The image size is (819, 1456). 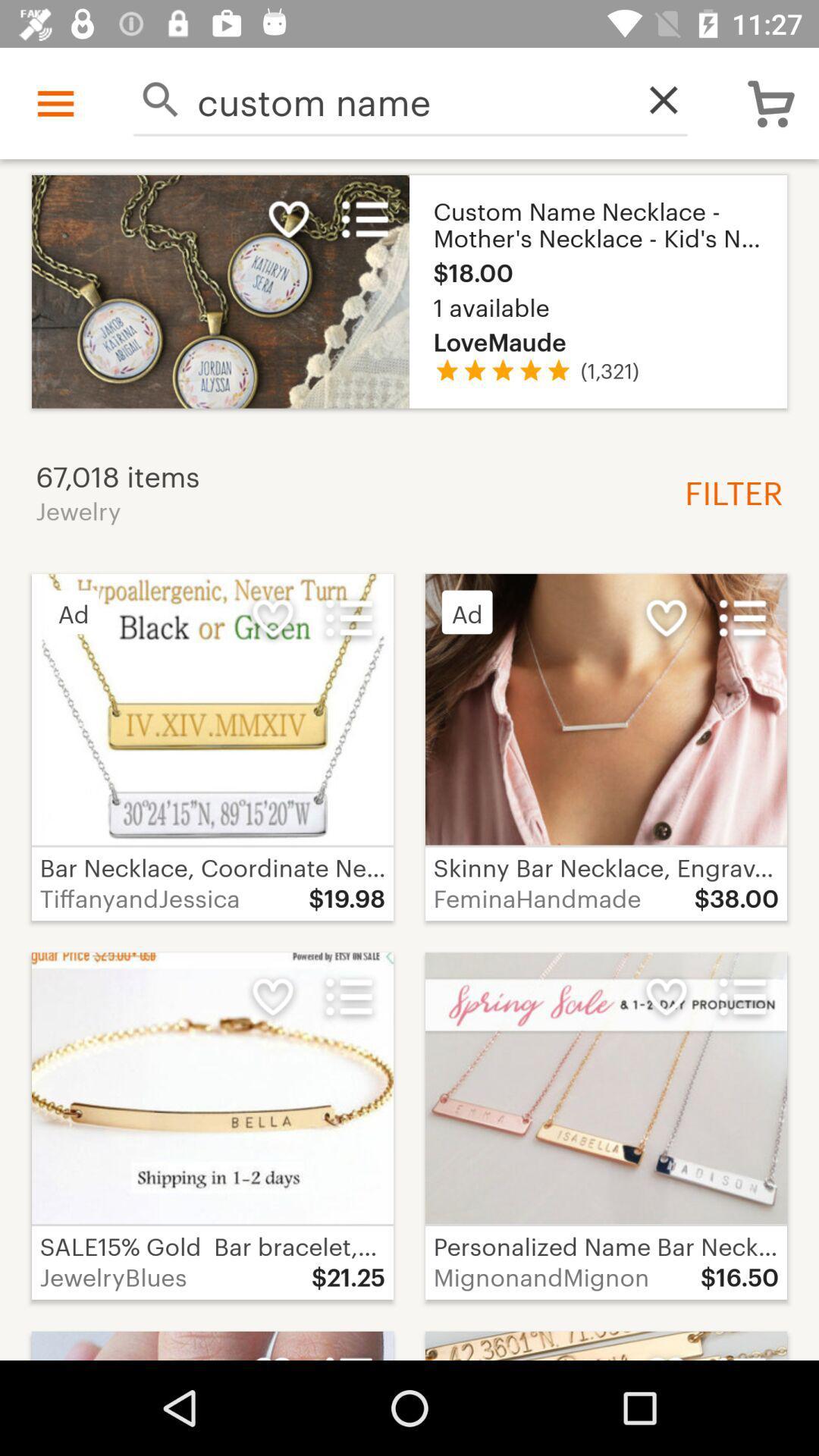 I want to click on the image which is below filter option, so click(x=605, y=747).